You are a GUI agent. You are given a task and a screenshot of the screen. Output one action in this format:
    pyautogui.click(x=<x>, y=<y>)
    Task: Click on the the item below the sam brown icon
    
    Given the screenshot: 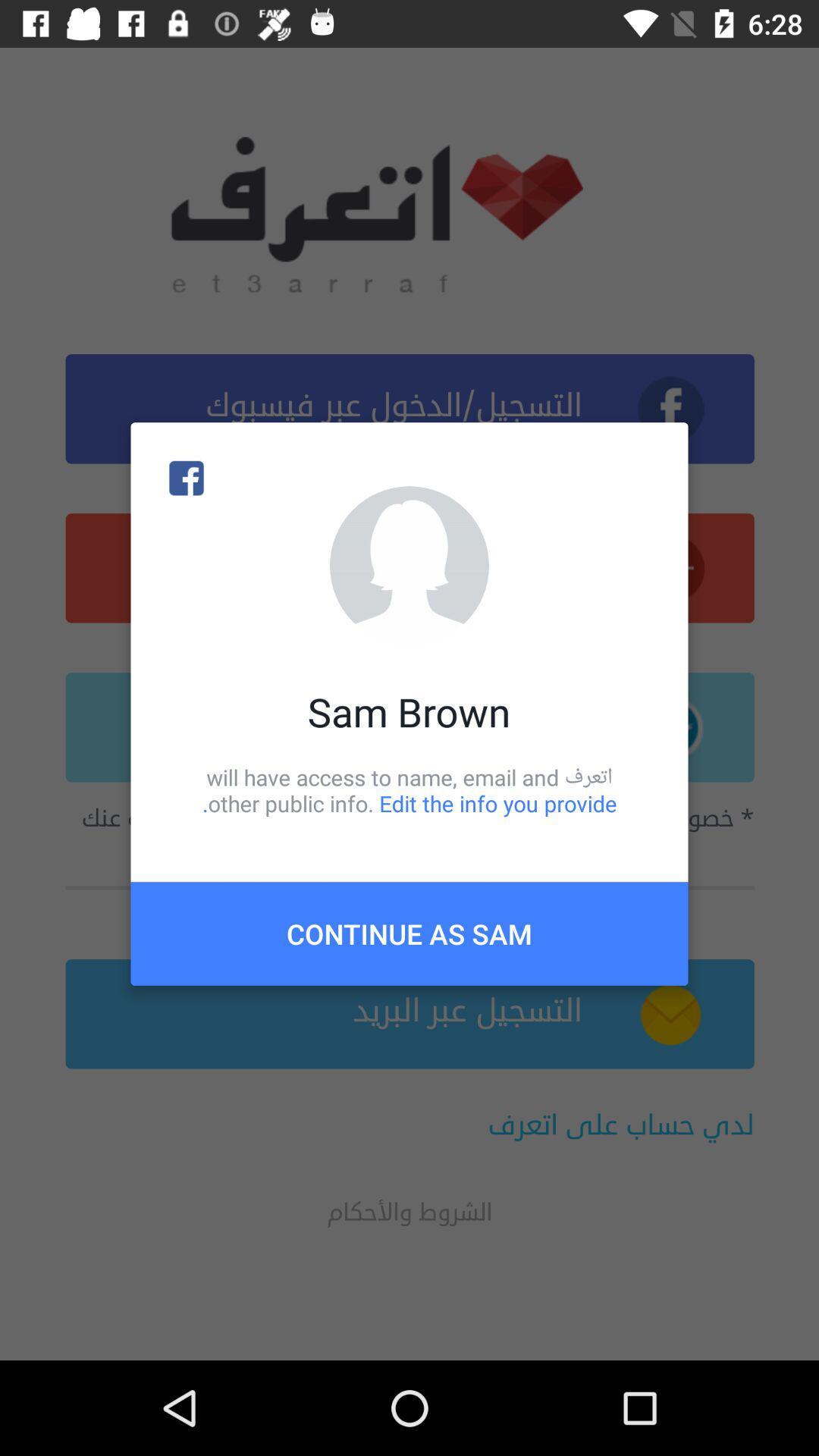 What is the action you would take?
    pyautogui.click(x=409, y=789)
    